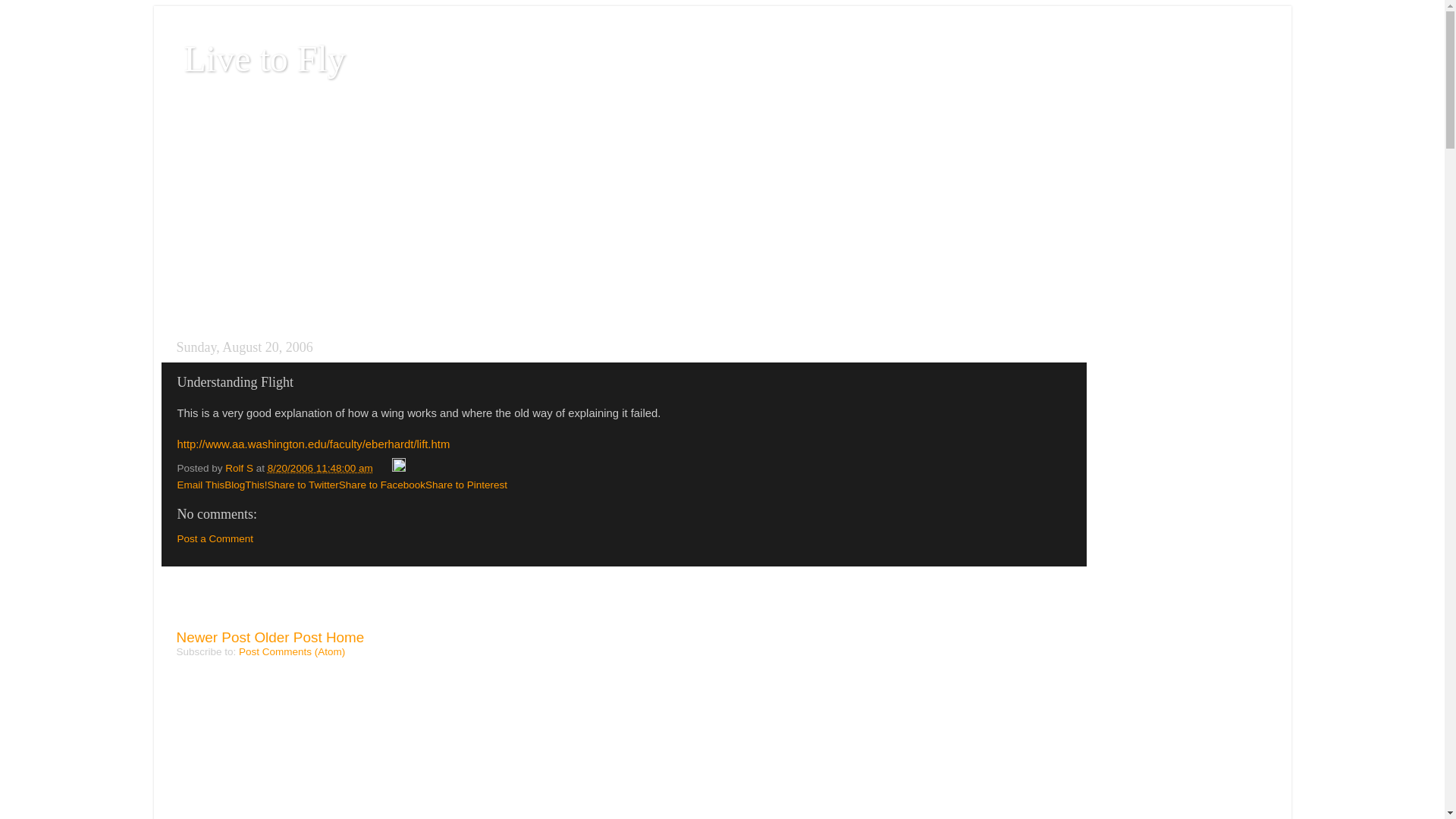 The width and height of the screenshot is (1456, 819). What do you see at coordinates (465, 485) in the screenshot?
I see `'Share to Pinterest'` at bounding box center [465, 485].